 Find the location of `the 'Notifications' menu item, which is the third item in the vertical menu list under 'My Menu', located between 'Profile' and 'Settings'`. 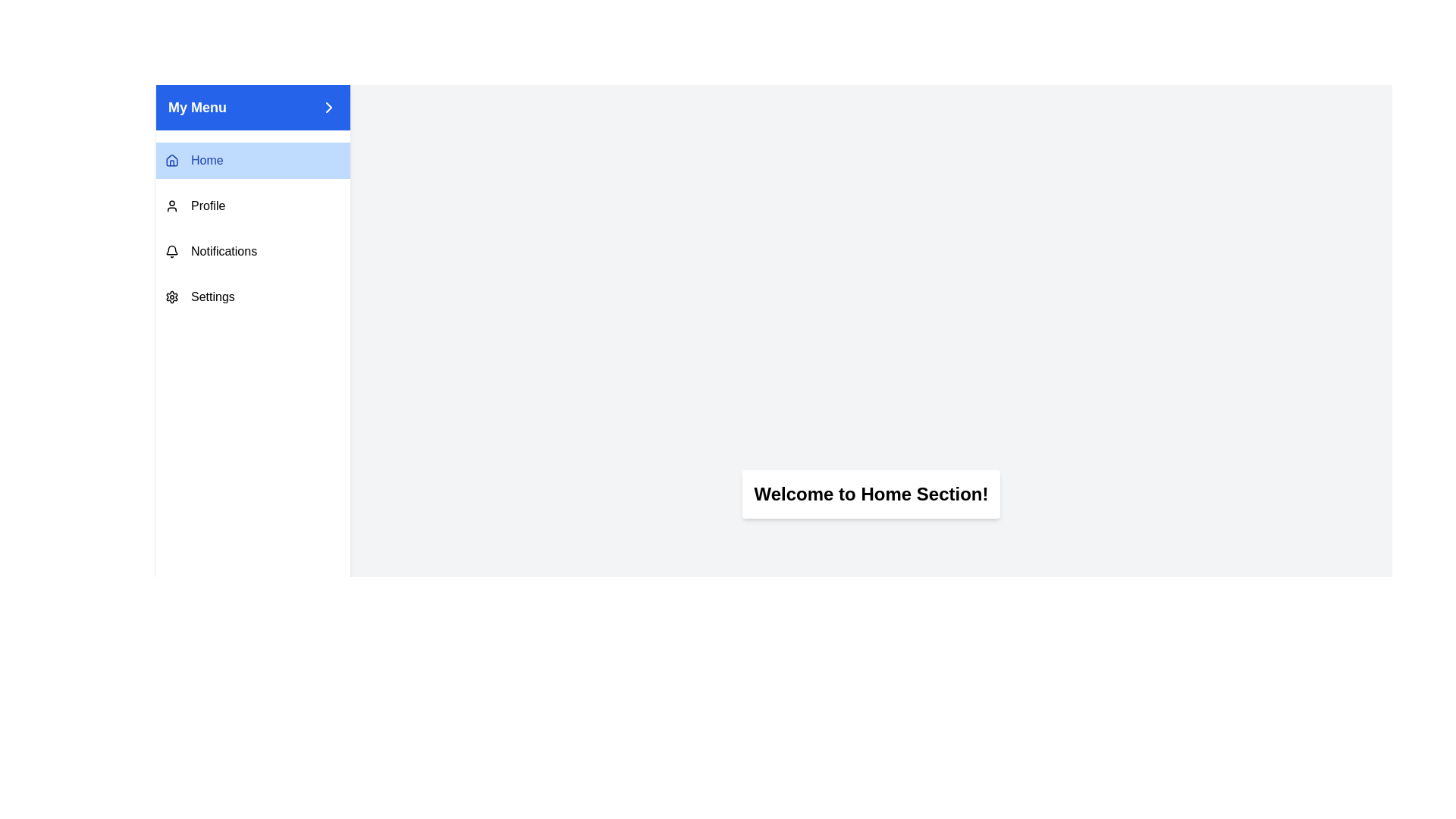

the 'Notifications' menu item, which is the third item in the vertical menu list under 'My Menu', located between 'Profile' and 'Settings' is located at coordinates (253, 250).